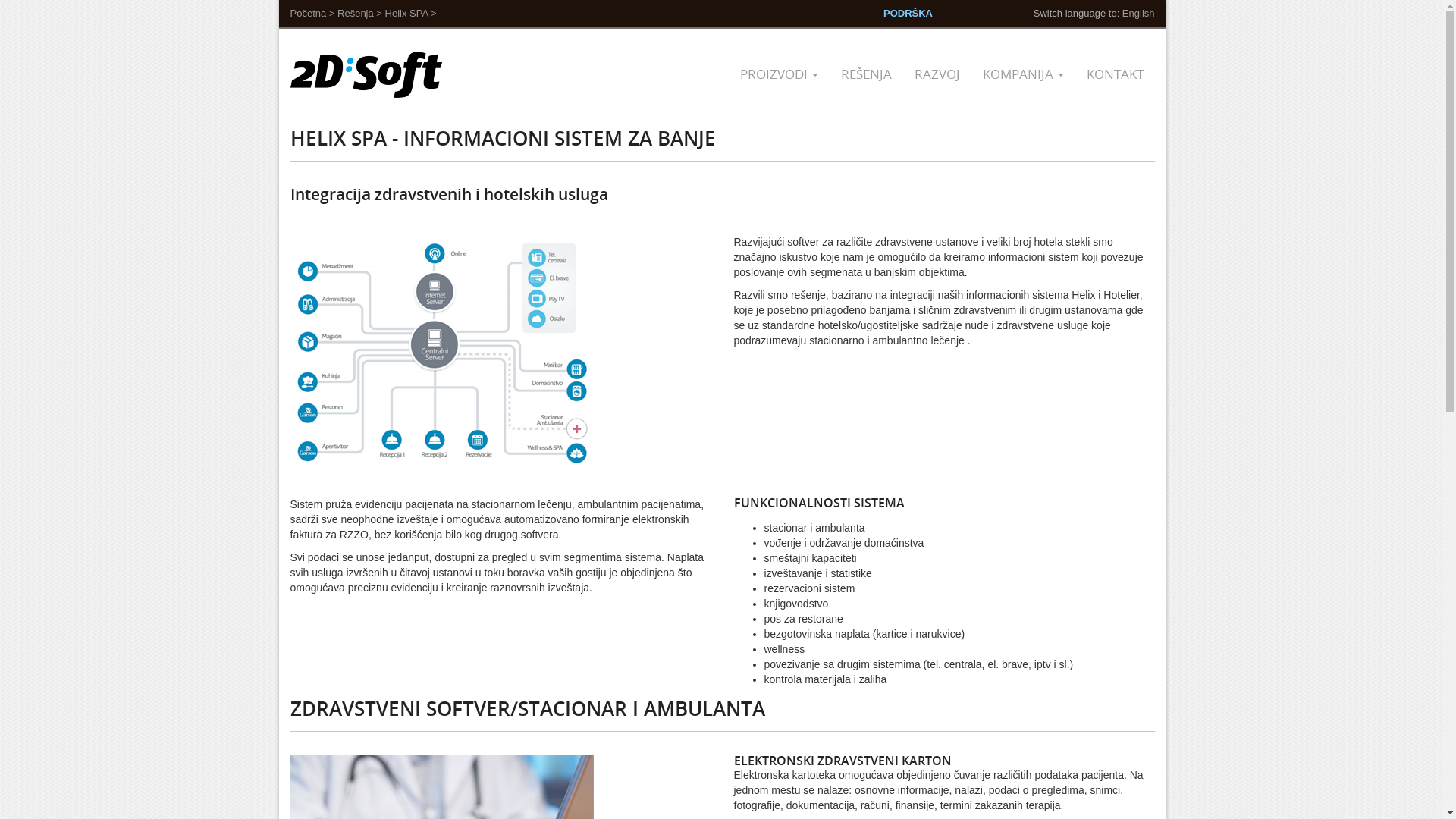  What do you see at coordinates (1138, 13) in the screenshot?
I see `'English'` at bounding box center [1138, 13].